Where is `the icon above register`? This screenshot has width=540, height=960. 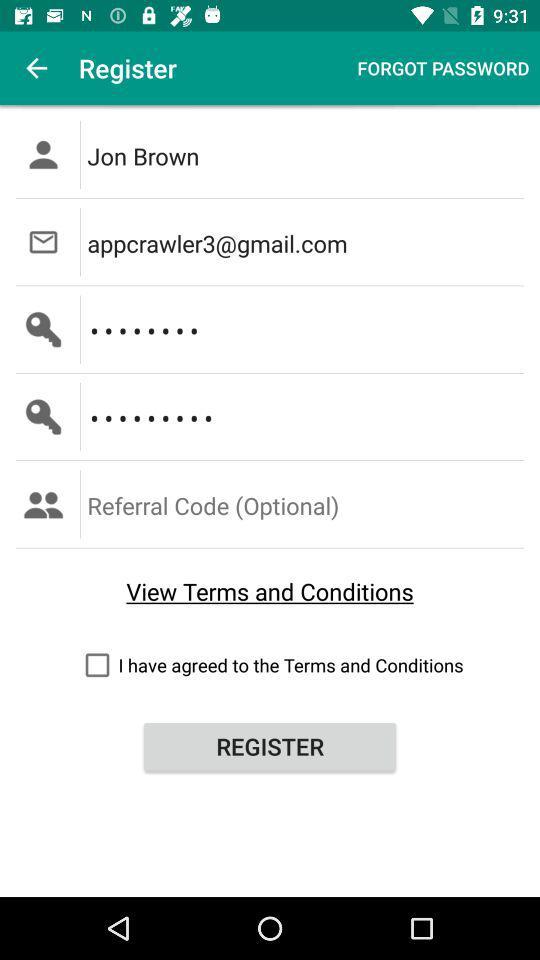
the icon above register is located at coordinates (270, 665).